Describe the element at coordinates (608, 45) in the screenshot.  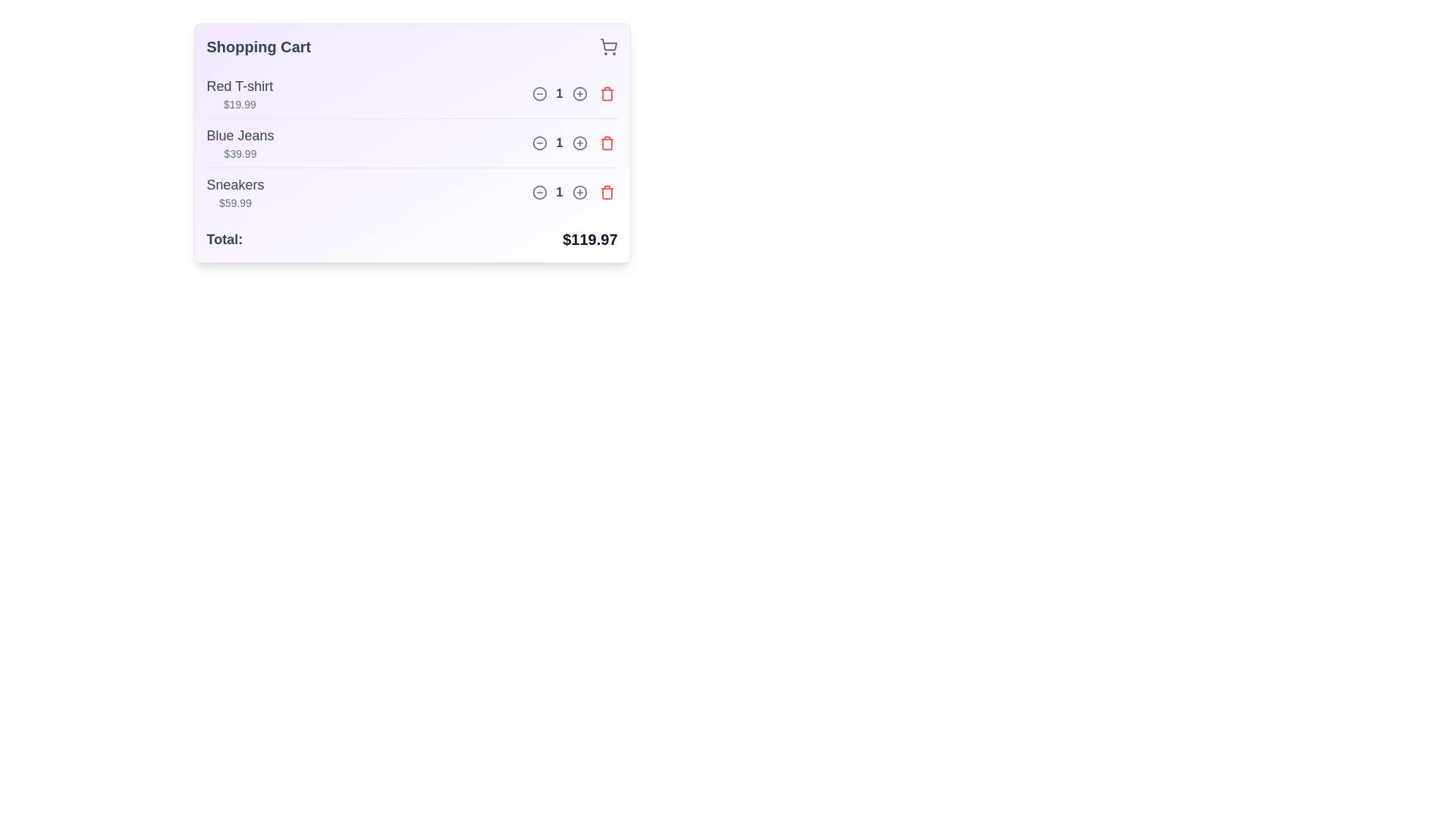
I see `the shopping cart icon located in the top-right corner of the 'Shopping Cart' section to interact with it` at that location.